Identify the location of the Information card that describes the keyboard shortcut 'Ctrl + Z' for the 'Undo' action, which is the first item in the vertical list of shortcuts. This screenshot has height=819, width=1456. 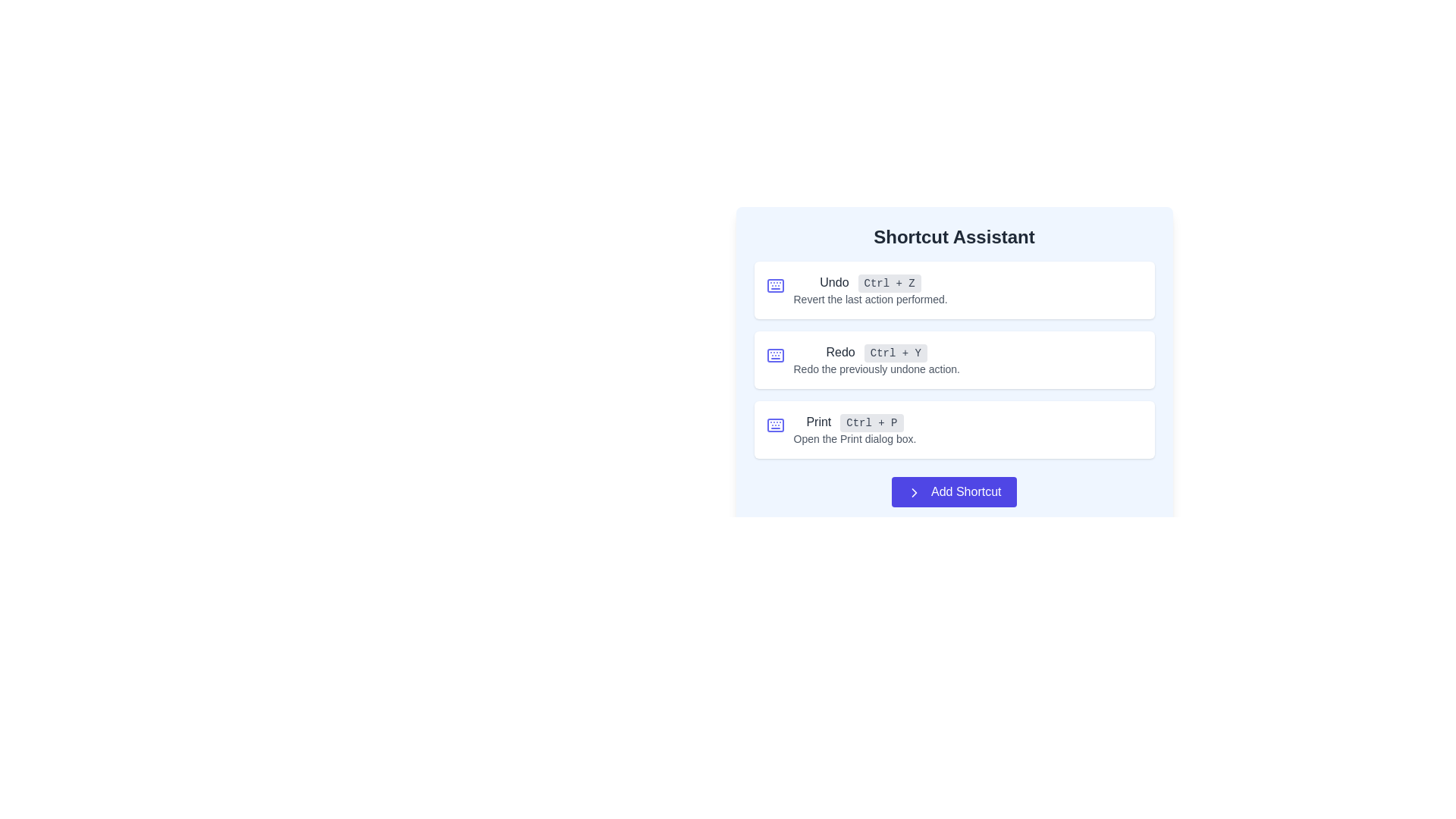
(953, 290).